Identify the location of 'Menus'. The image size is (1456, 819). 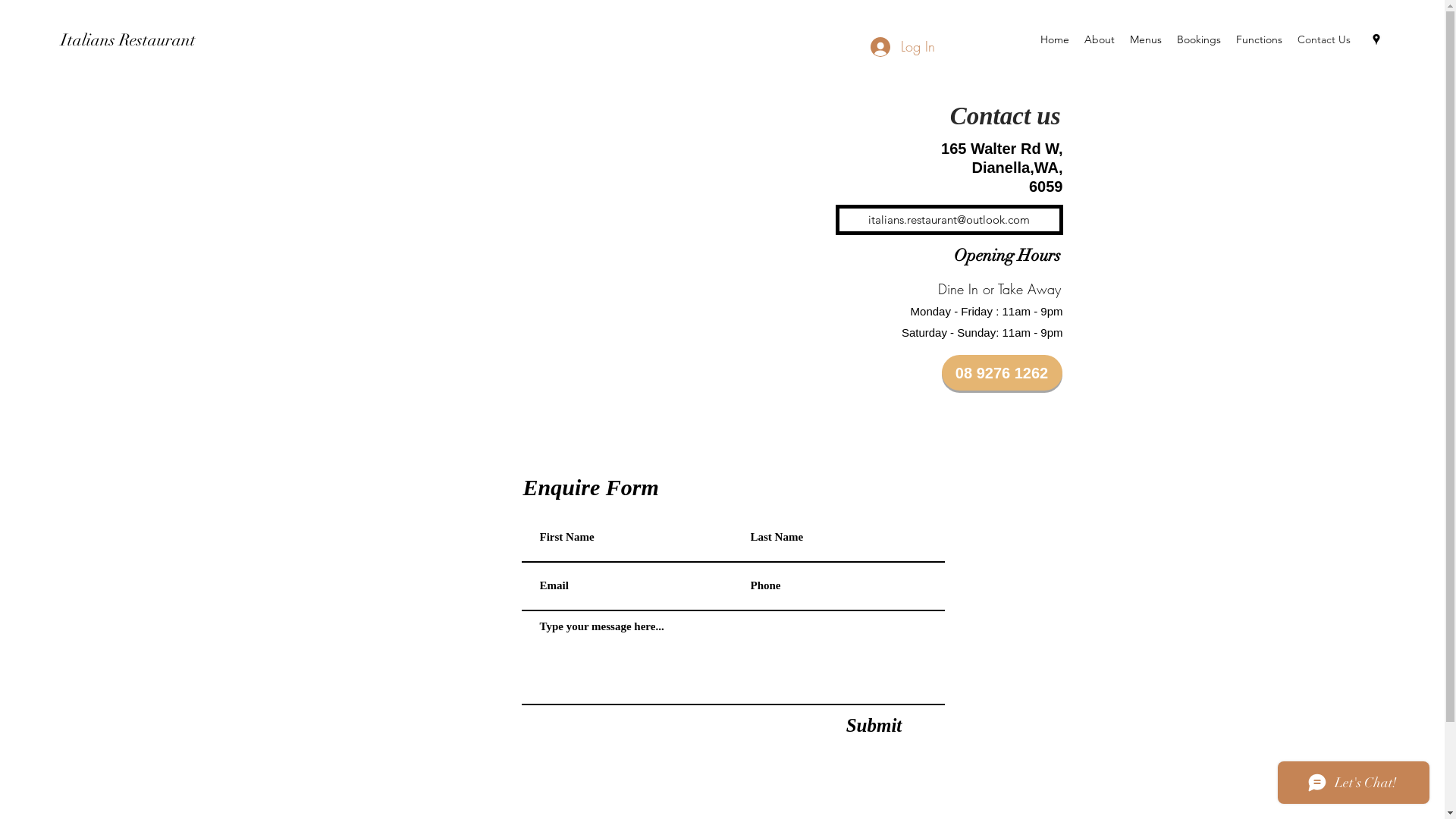
(1146, 38).